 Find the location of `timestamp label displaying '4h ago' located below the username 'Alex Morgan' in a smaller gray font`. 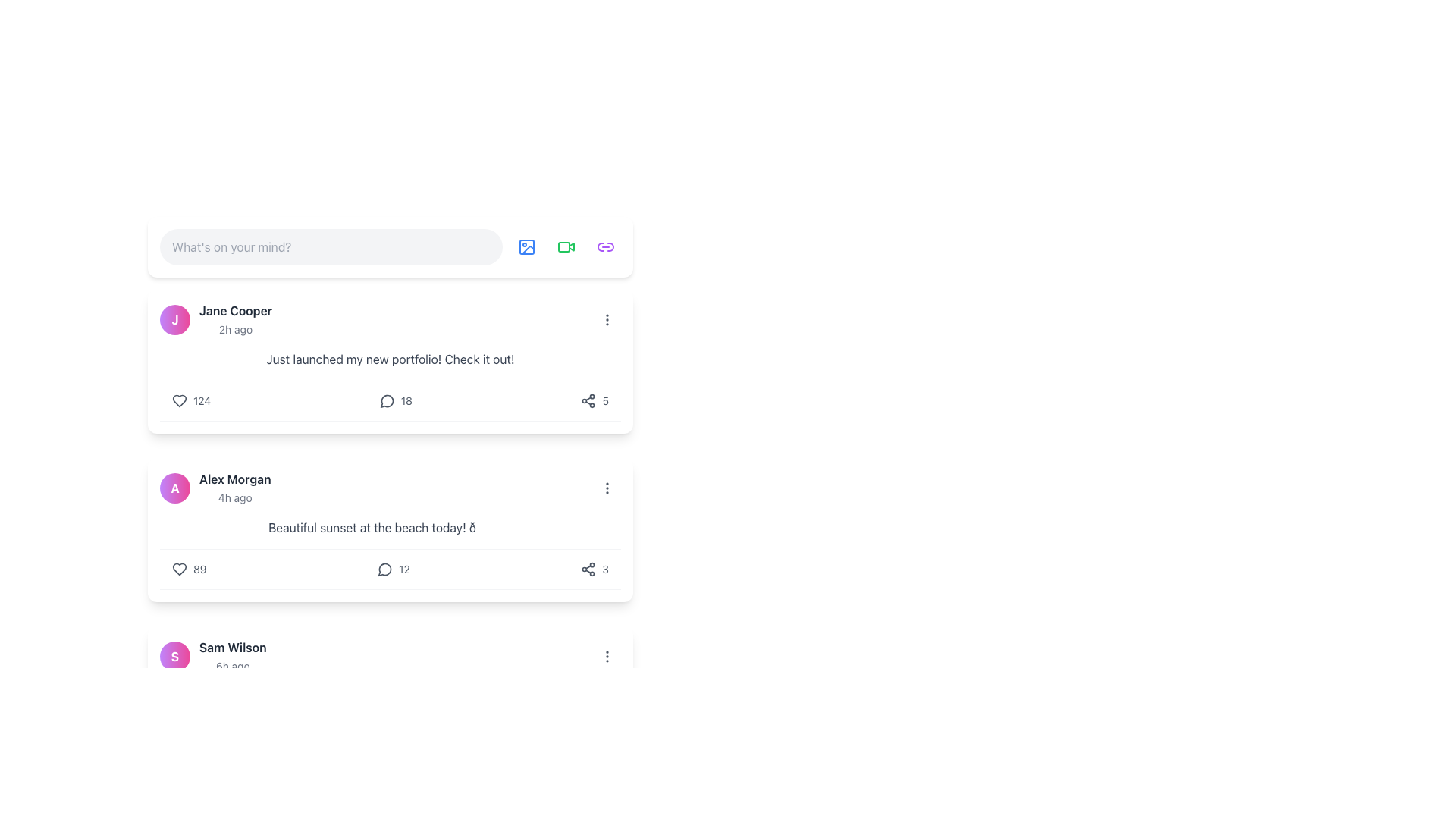

timestamp label displaying '4h ago' located below the username 'Alex Morgan' in a smaller gray font is located at coordinates (234, 497).